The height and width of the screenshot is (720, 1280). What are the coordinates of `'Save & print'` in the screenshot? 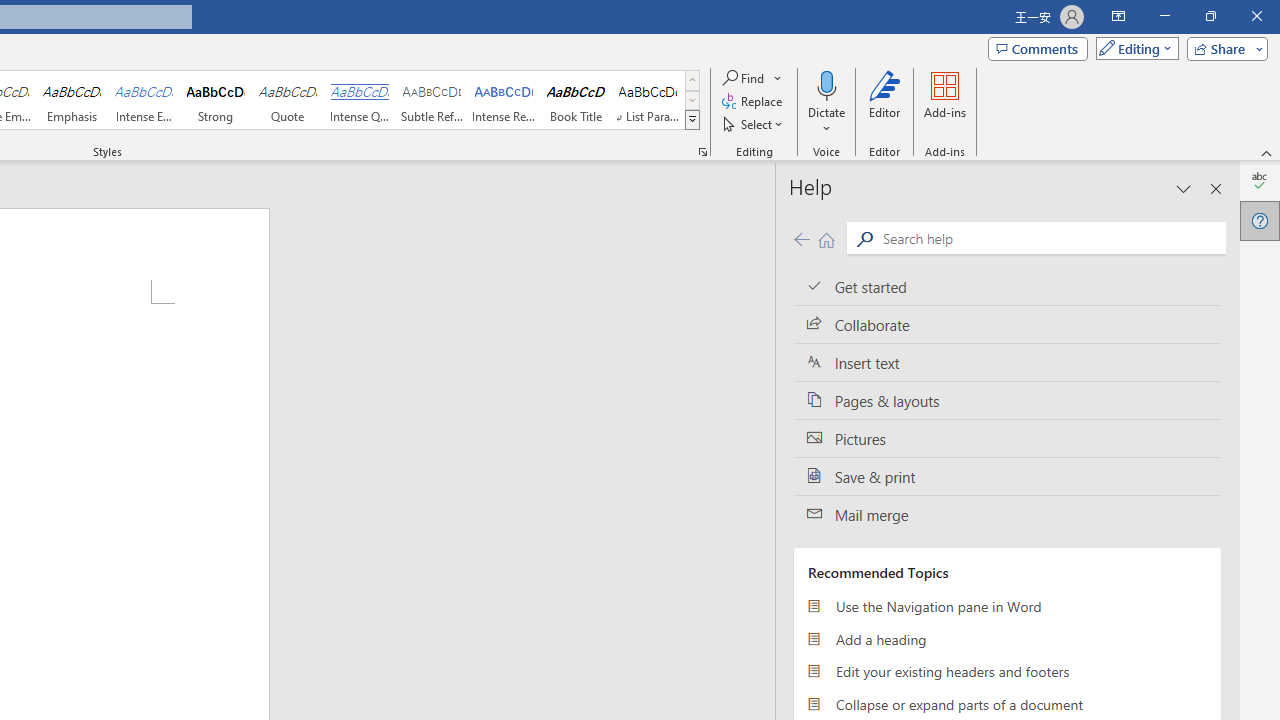 It's located at (1007, 477).